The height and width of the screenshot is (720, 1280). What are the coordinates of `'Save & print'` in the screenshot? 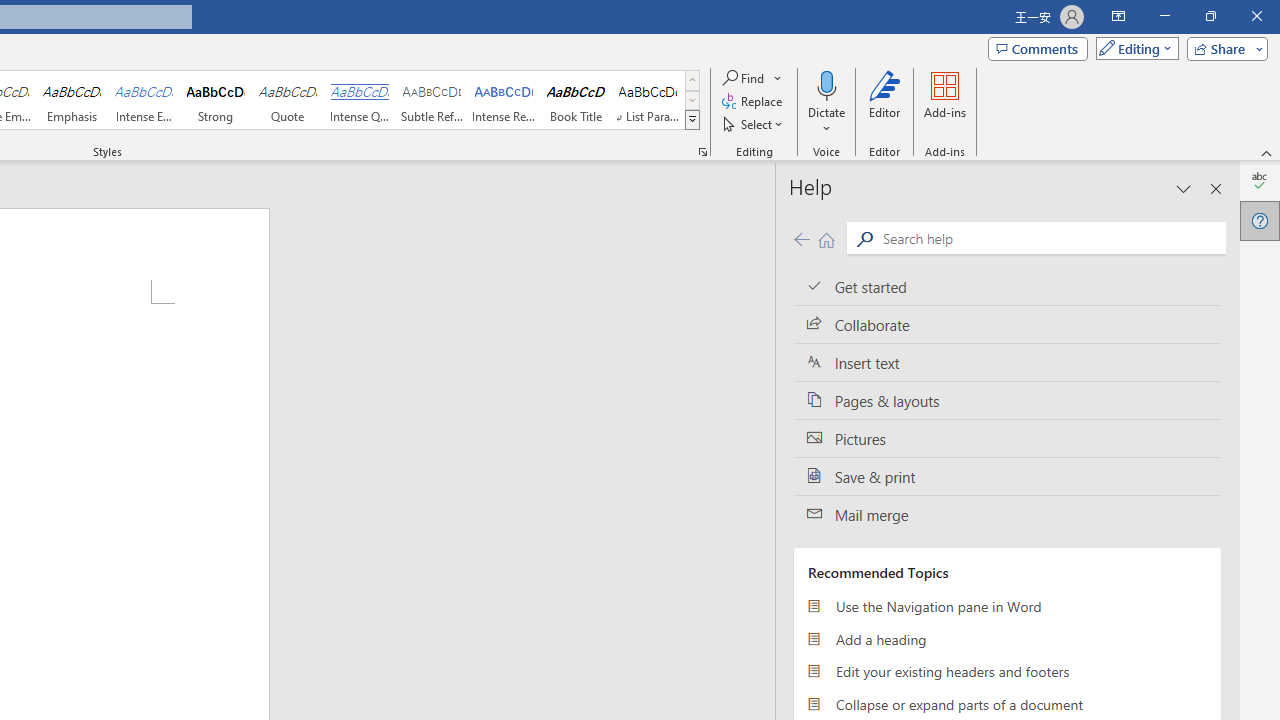 It's located at (1007, 477).